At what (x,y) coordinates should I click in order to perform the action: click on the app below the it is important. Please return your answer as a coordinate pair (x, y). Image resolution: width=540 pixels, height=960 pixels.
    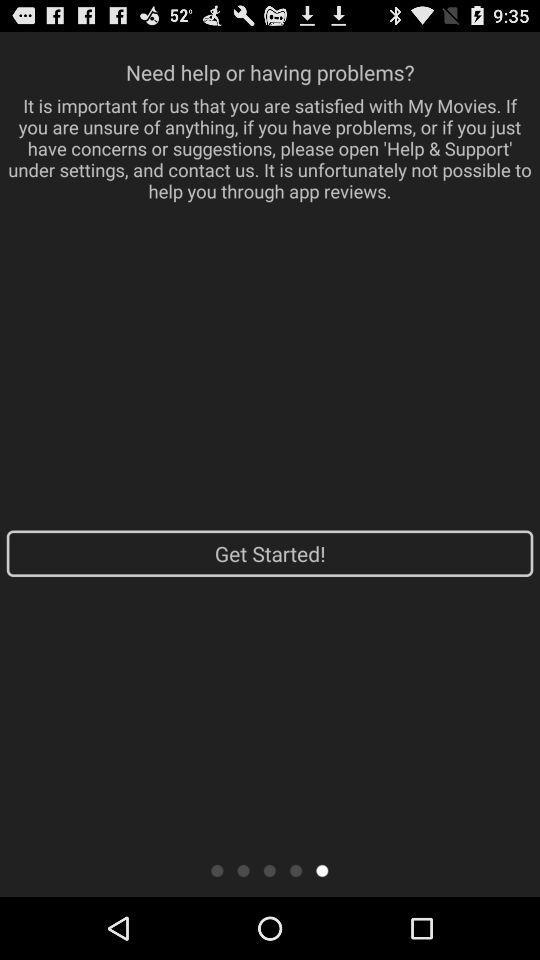
    Looking at the image, I should click on (270, 553).